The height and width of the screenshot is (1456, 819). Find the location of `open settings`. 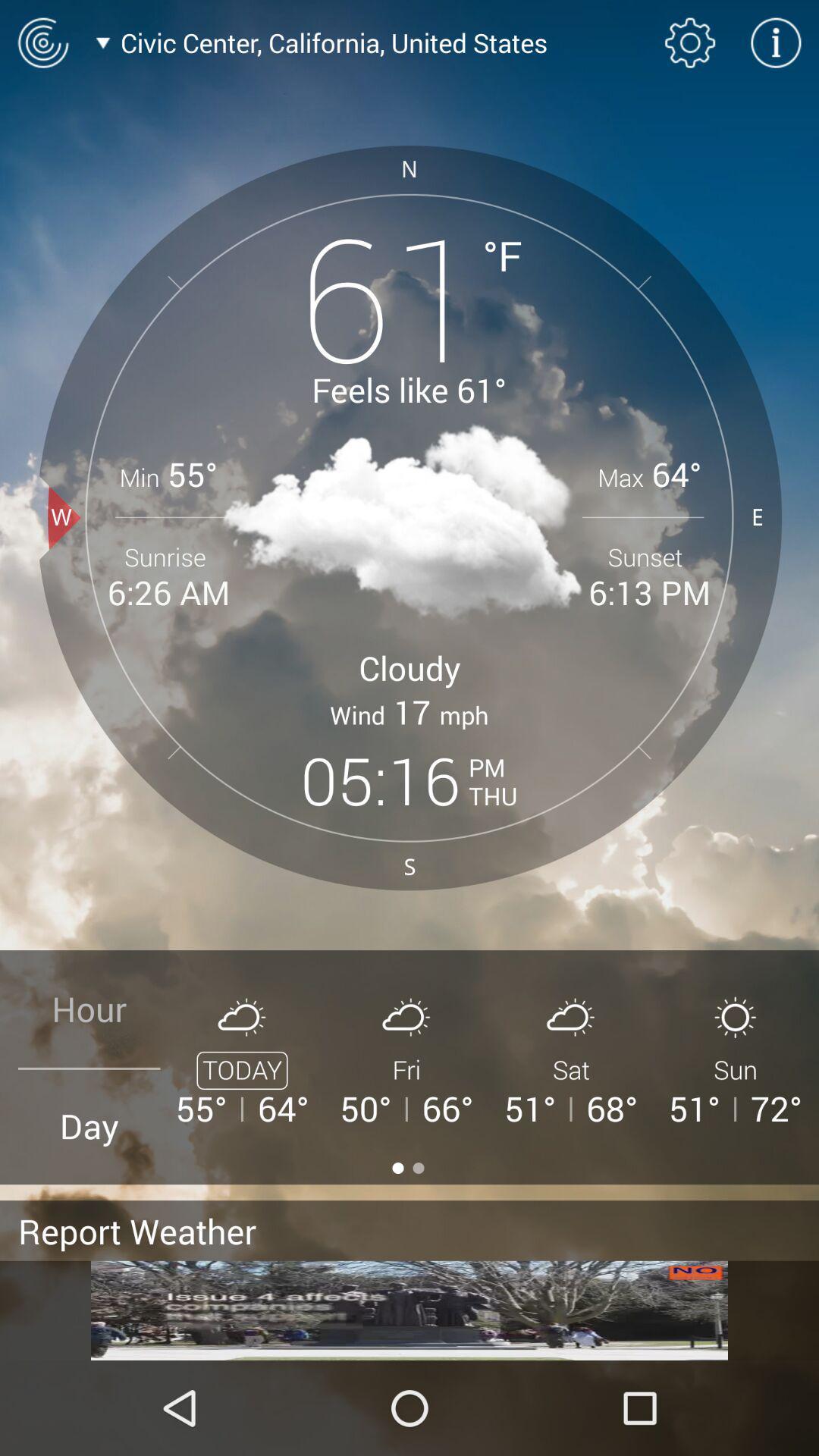

open settings is located at coordinates (690, 42).